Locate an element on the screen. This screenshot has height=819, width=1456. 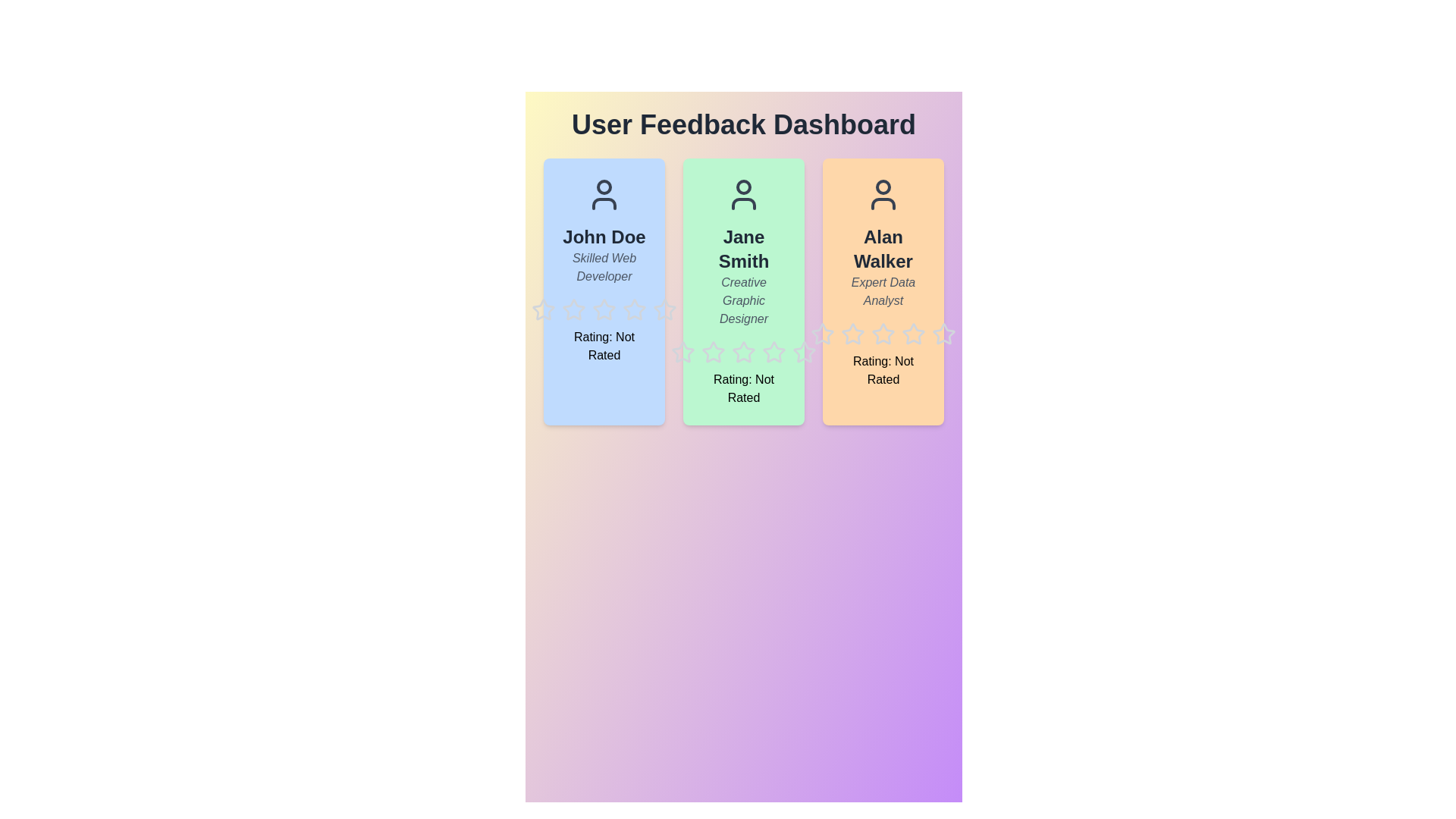
the star icon corresponding to 4 for user John Doe is located at coordinates (622, 298).